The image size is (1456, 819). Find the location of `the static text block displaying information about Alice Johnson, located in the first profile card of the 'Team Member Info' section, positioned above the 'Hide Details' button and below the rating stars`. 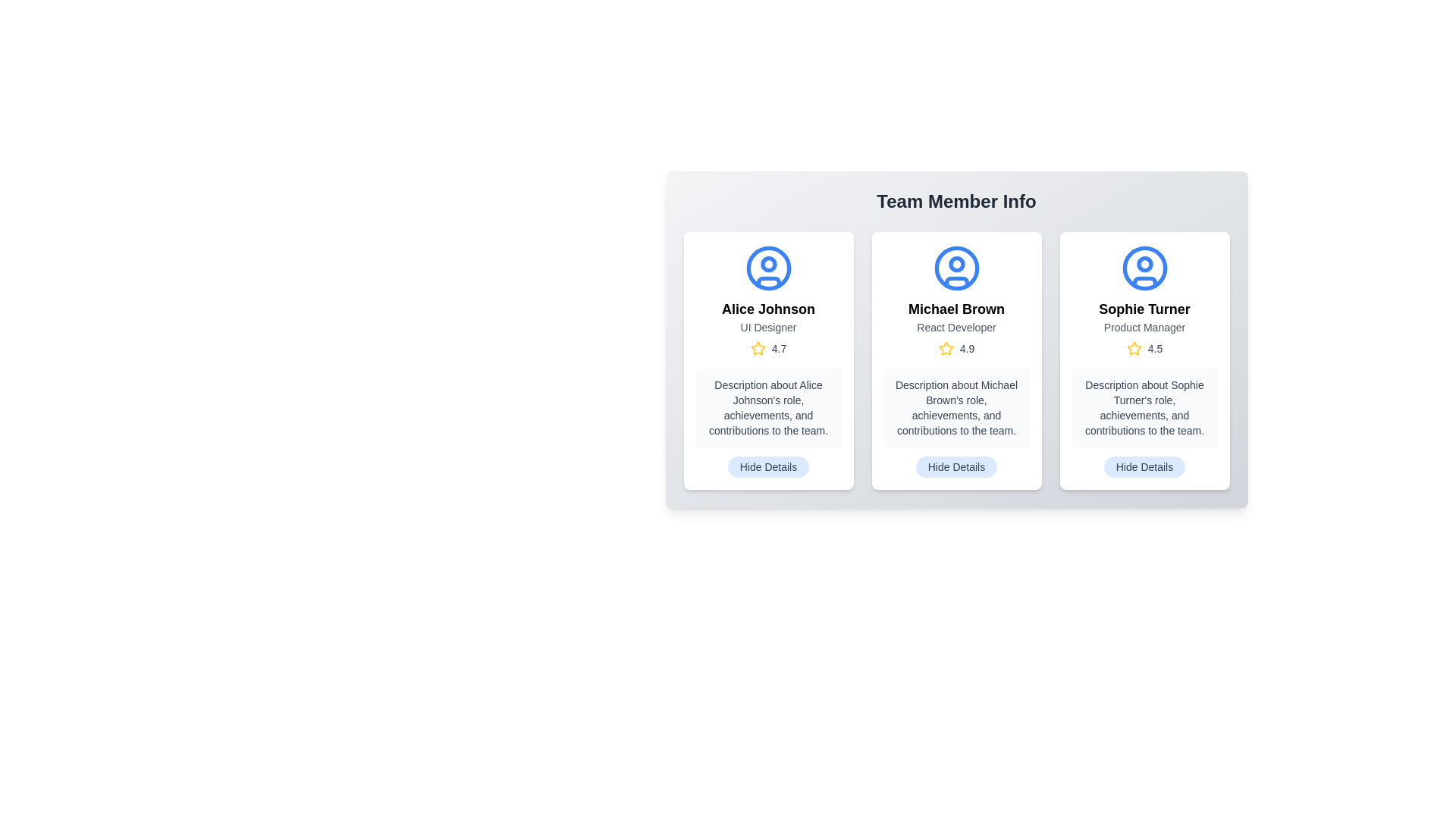

the static text block displaying information about Alice Johnson, located in the first profile card of the 'Team Member Info' section, positioned above the 'Hide Details' button and below the rating stars is located at coordinates (768, 406).